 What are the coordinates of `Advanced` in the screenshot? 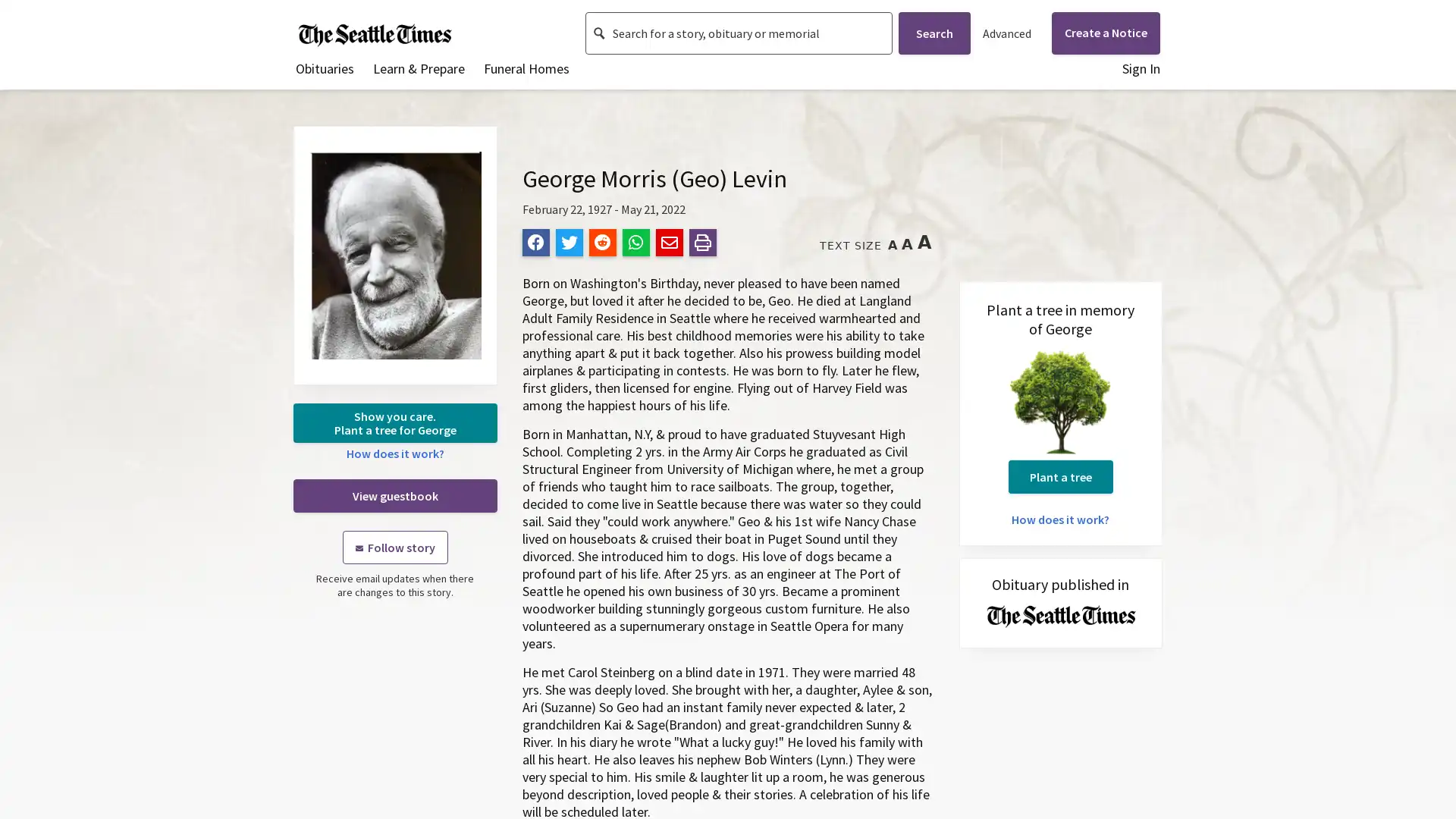 It's located at (1006, 33).